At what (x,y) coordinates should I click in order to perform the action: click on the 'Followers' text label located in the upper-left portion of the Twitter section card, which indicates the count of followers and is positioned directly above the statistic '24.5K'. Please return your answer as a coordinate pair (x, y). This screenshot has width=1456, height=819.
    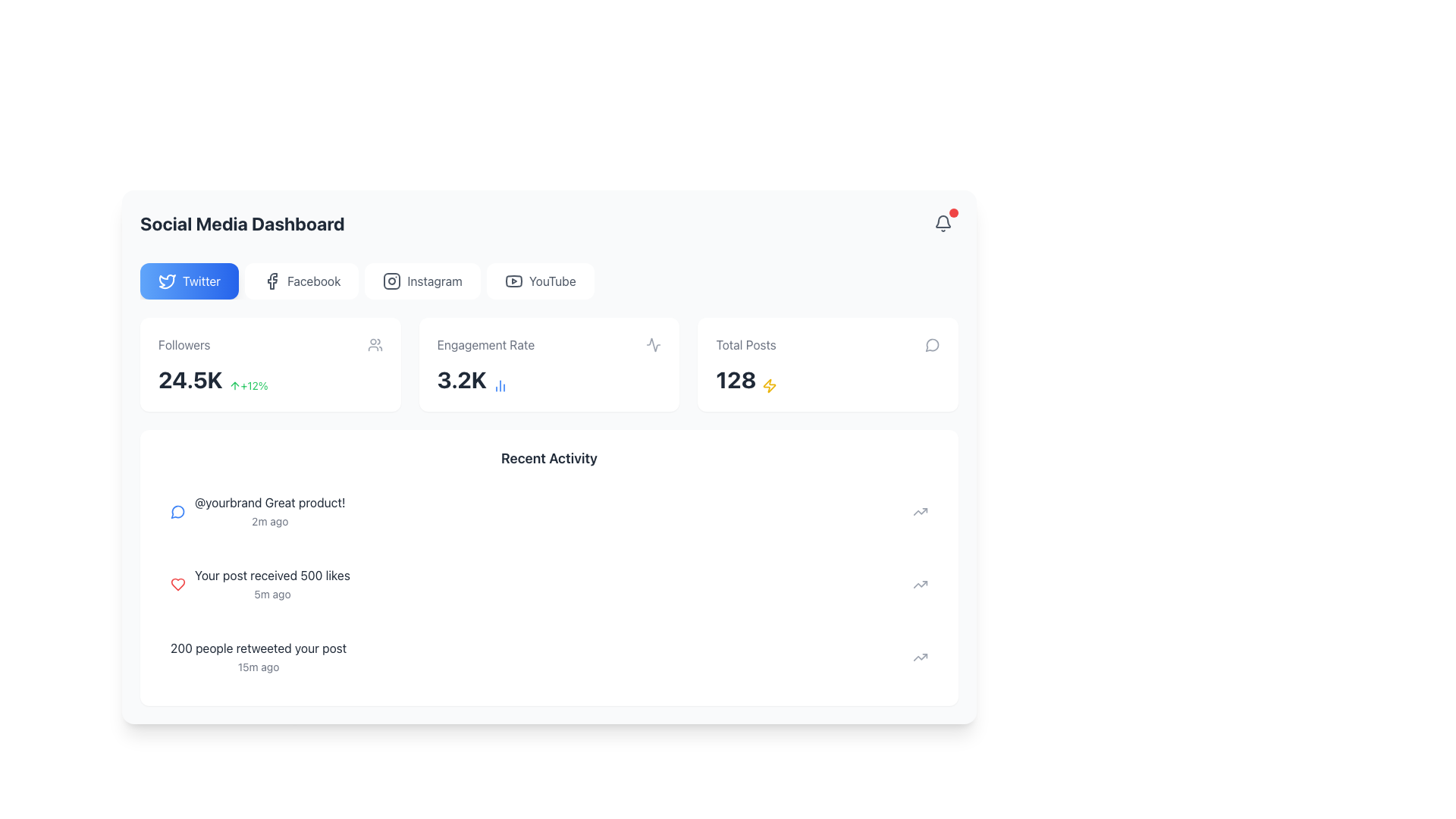
    Looking at the image, I should click on (184, 345).